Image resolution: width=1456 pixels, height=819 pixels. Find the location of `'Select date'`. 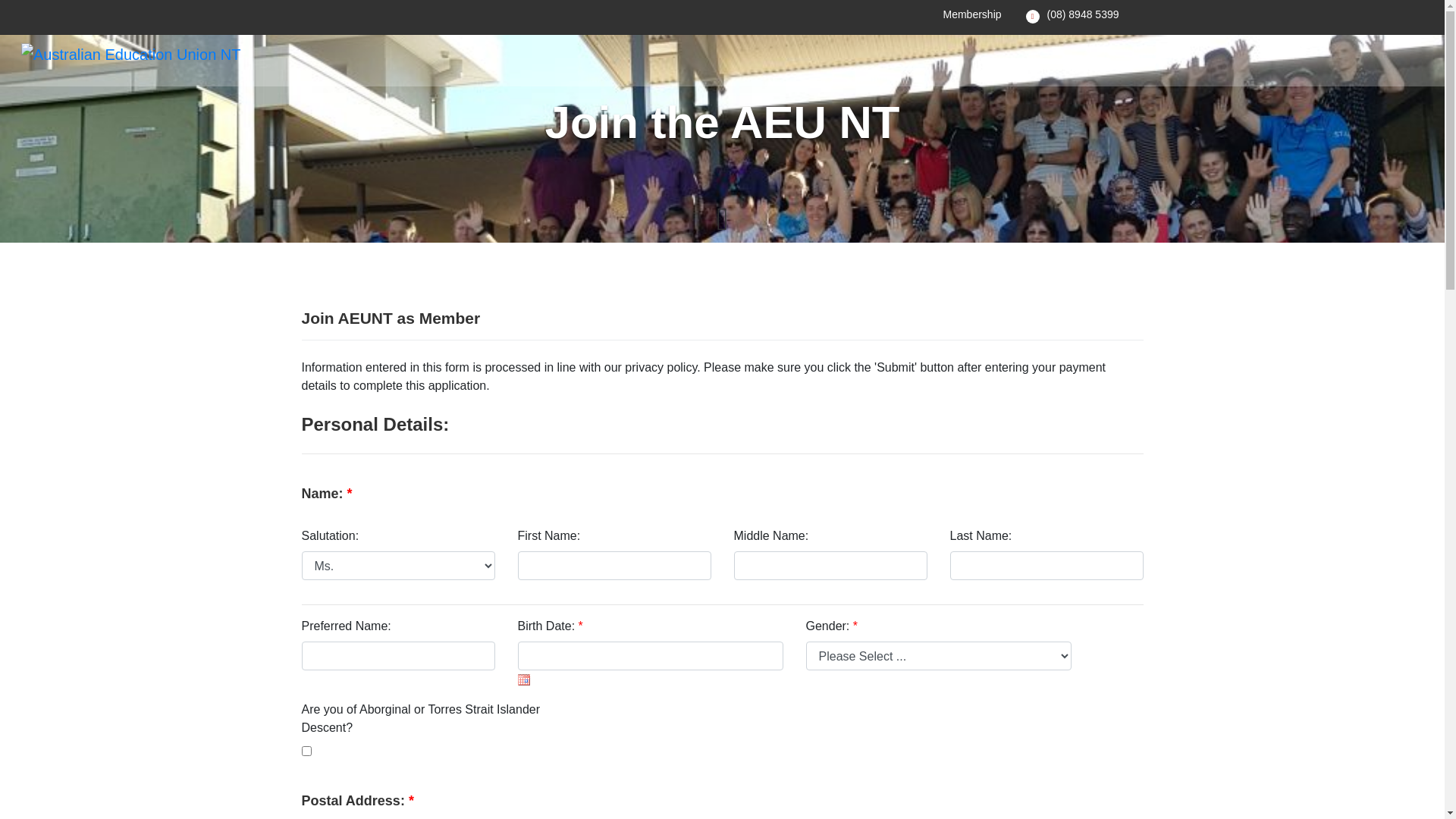

'Select date' is located at coordinates (523, 679).